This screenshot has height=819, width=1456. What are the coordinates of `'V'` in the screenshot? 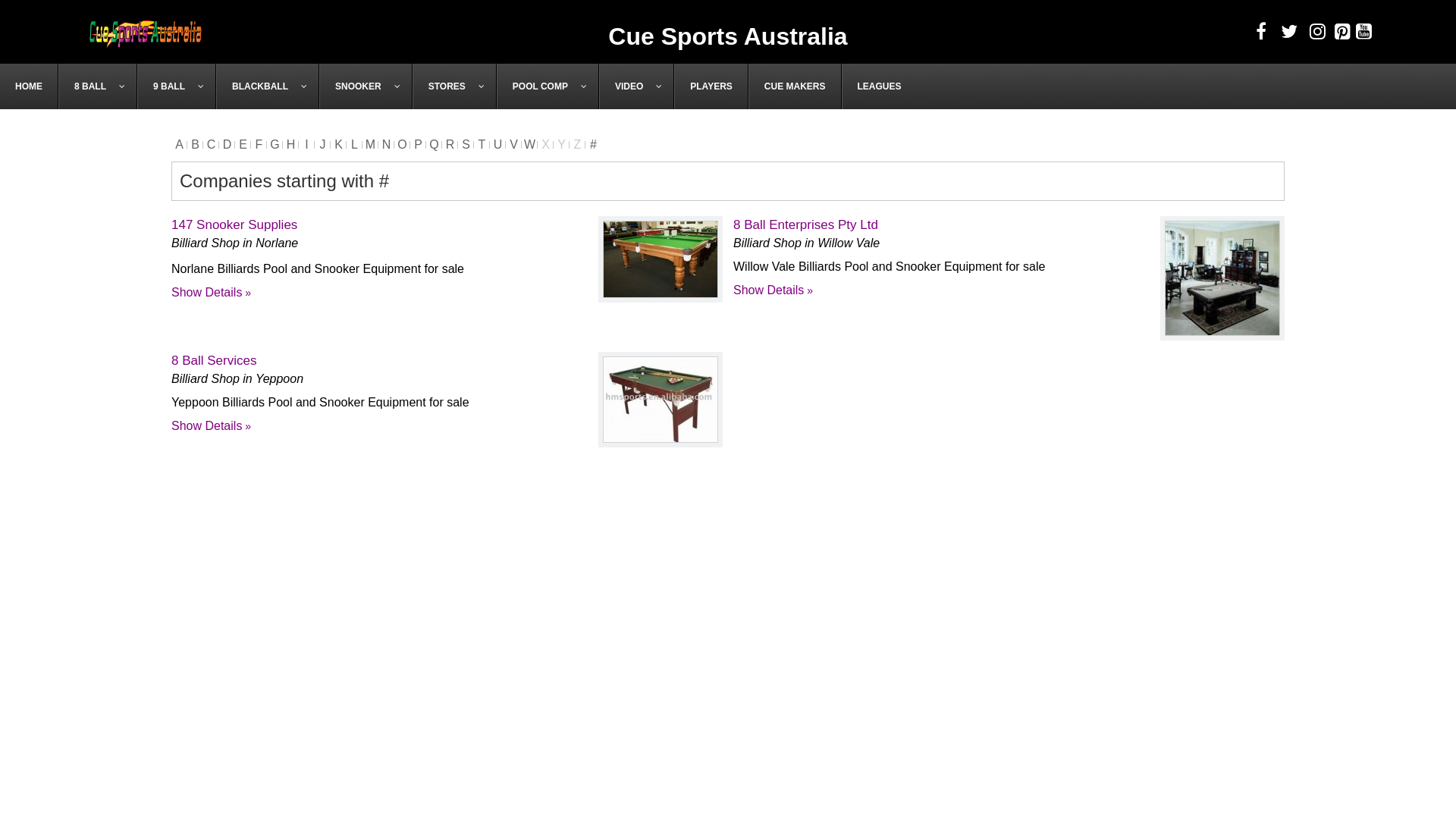 It's located at (506, 144).